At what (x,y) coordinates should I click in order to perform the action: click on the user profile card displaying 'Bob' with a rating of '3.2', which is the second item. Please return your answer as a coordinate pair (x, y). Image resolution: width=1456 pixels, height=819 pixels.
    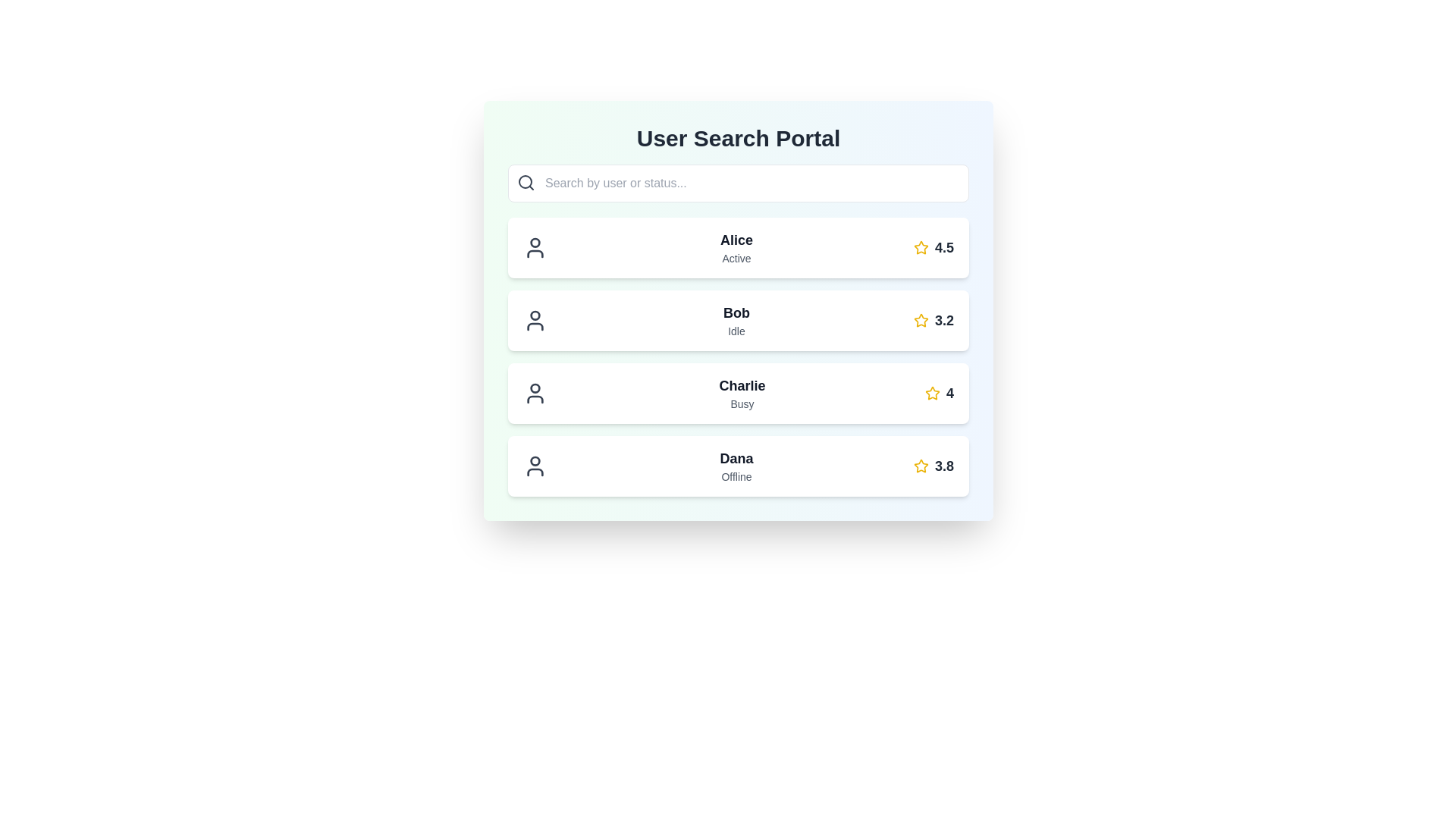
    Looking at the image, I should click on (739, 320).